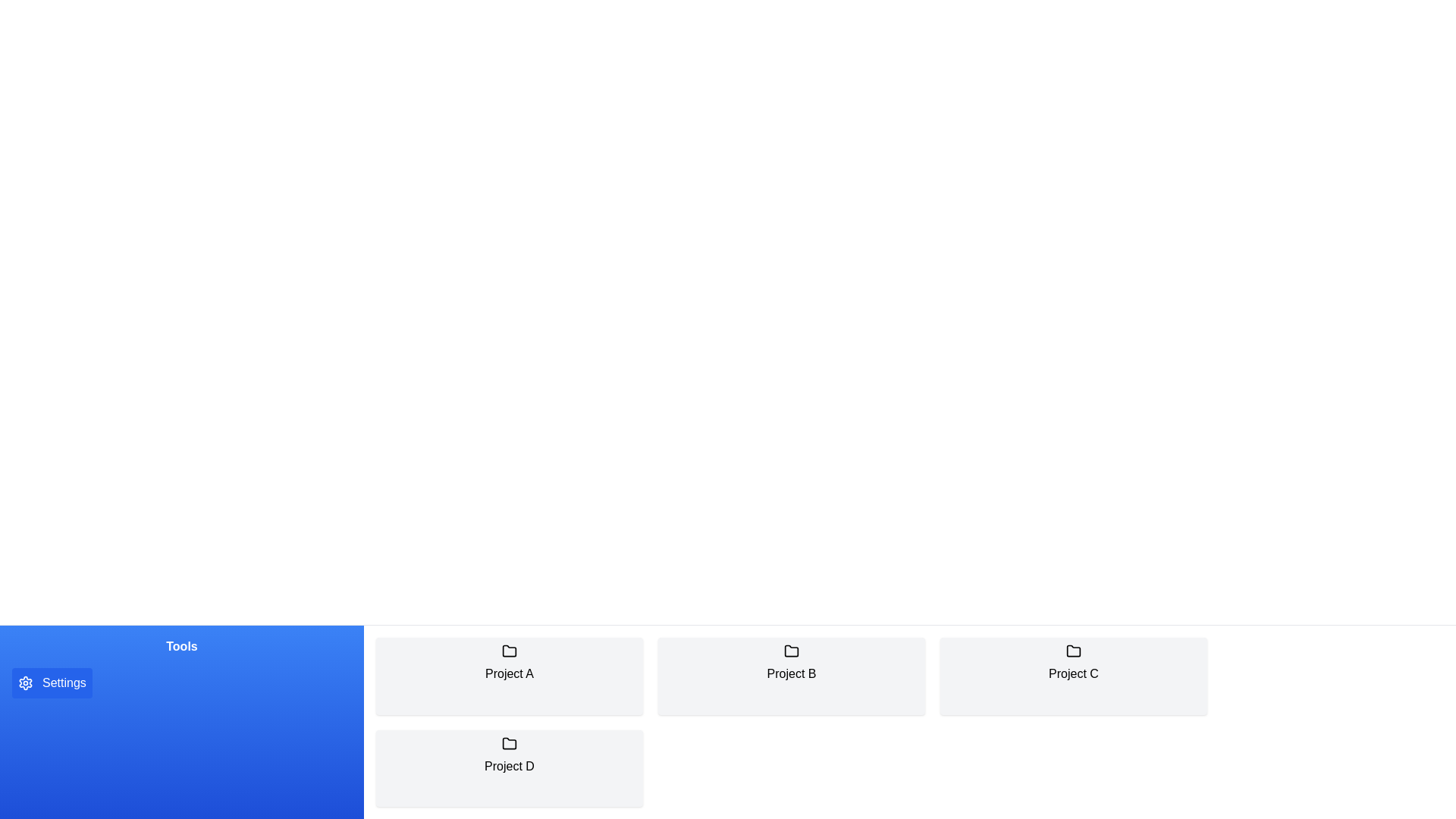  I want to click on the folder icon representing 'Project D', which is the fourth project in the layout and located in the bottom row of project representations, so click(510, 742).